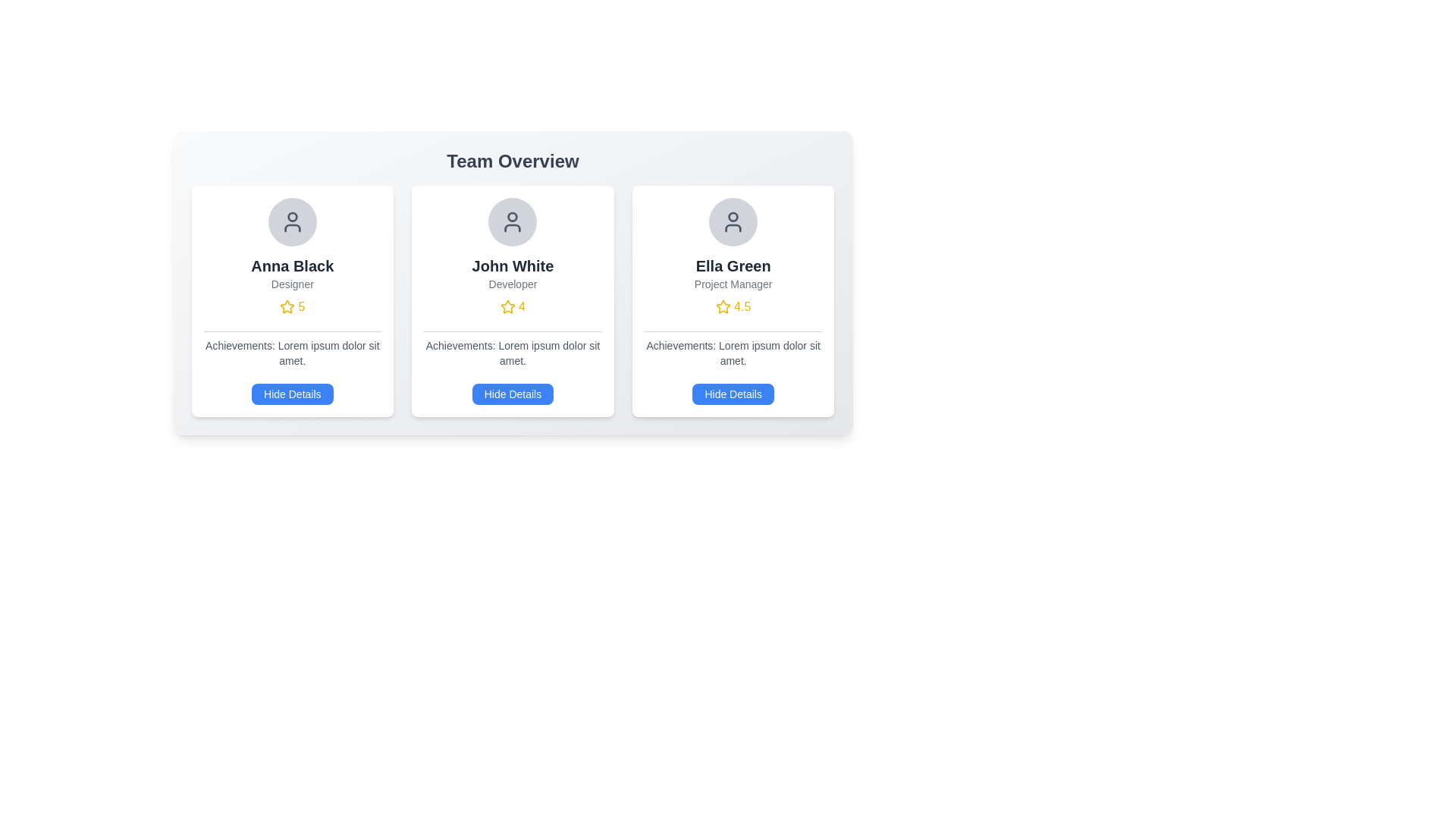 The image size is (1456, 819). I want to click on the button located in the lower middle section of the card representing 'John White' to hide additional details about the entity, so click(513, 394).